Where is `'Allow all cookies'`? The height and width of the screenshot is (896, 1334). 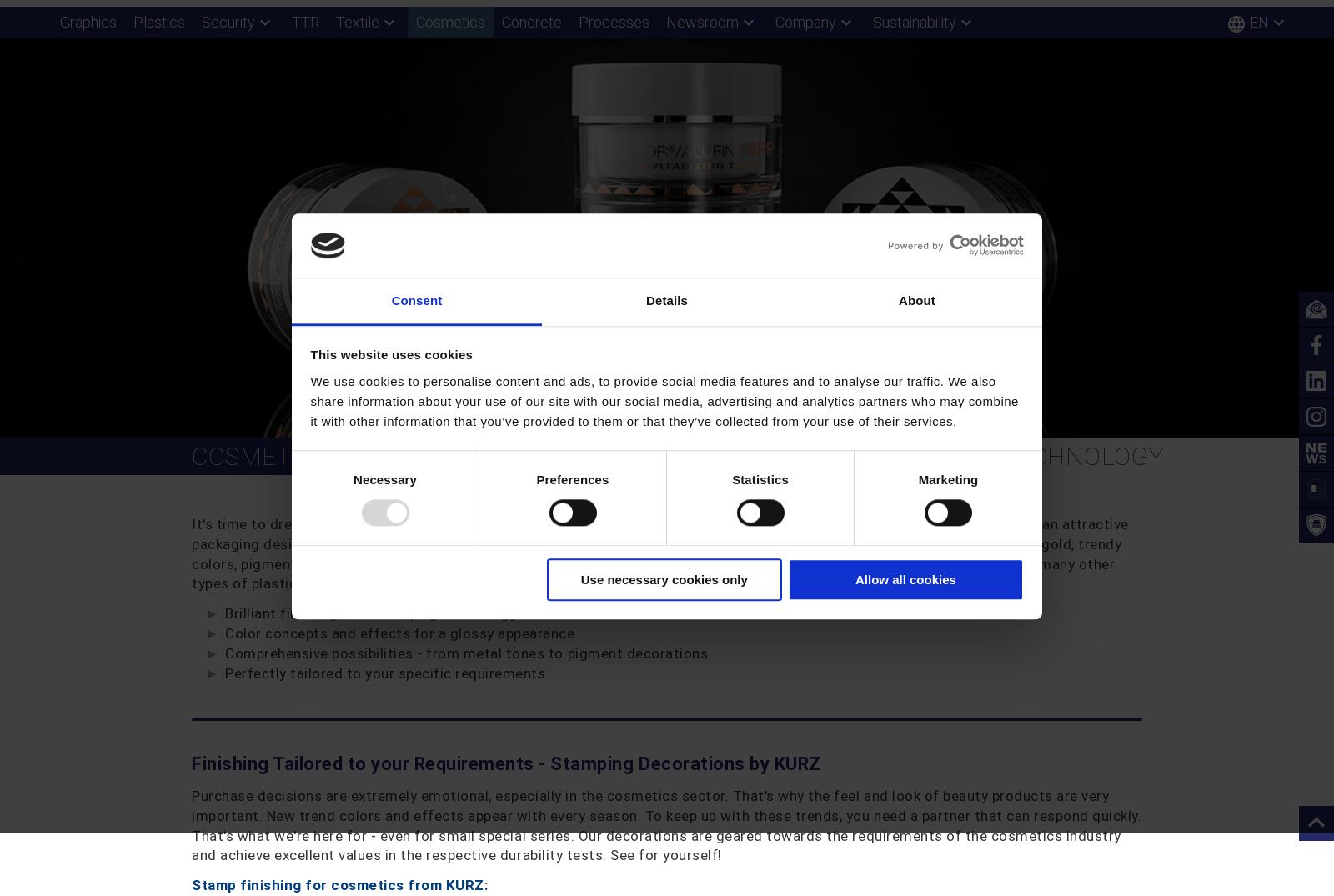
'Allow all cookies' is located at coordinates (854, 578).